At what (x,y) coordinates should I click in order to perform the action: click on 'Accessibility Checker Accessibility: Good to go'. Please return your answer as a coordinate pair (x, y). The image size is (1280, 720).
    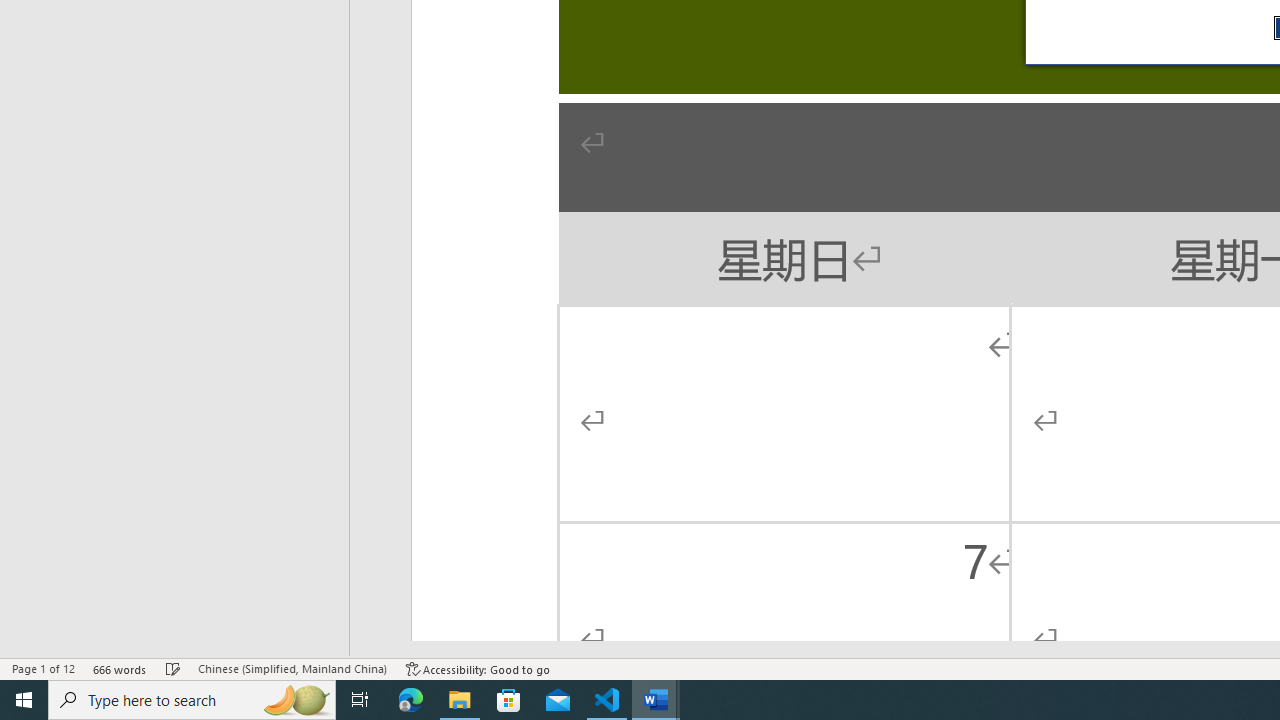
    Looking at the image, I should click on (477, 669).